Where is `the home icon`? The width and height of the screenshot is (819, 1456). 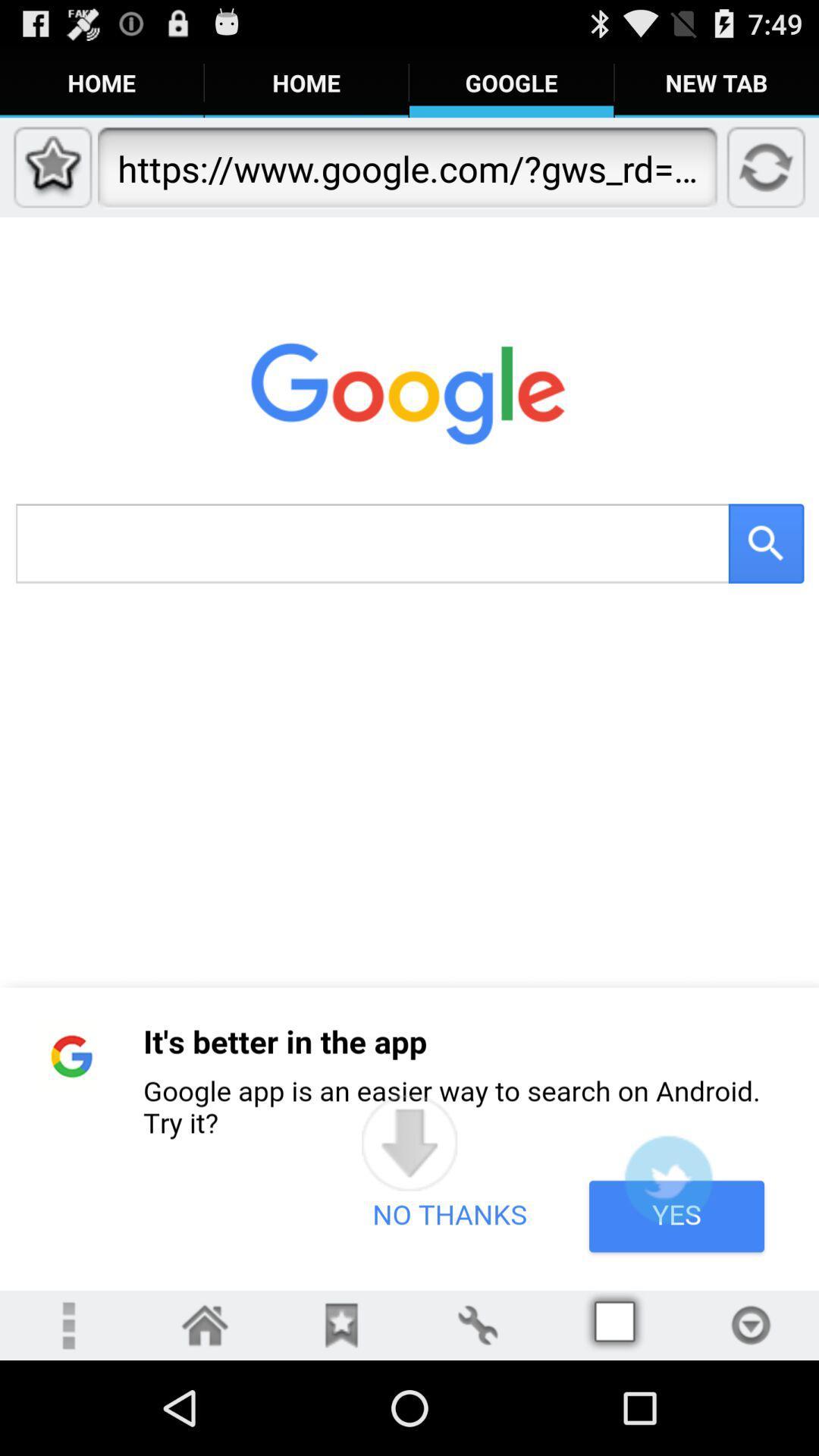 the home icon is located at coordinates (205, 1417).